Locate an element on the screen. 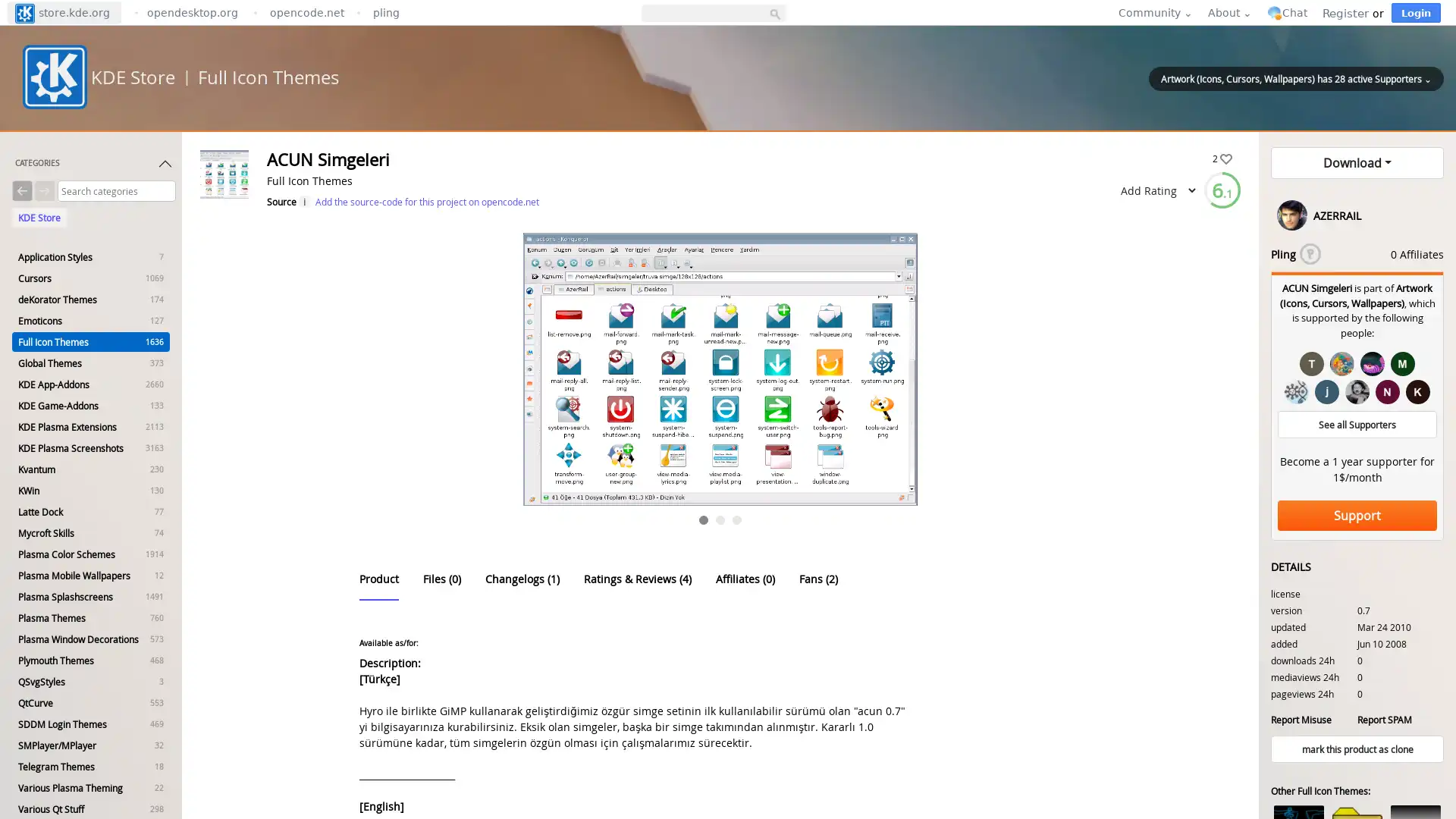 The width and height of the screenshot is (1456, 819). Go to slide 3 is located at coordinates (737, 519).